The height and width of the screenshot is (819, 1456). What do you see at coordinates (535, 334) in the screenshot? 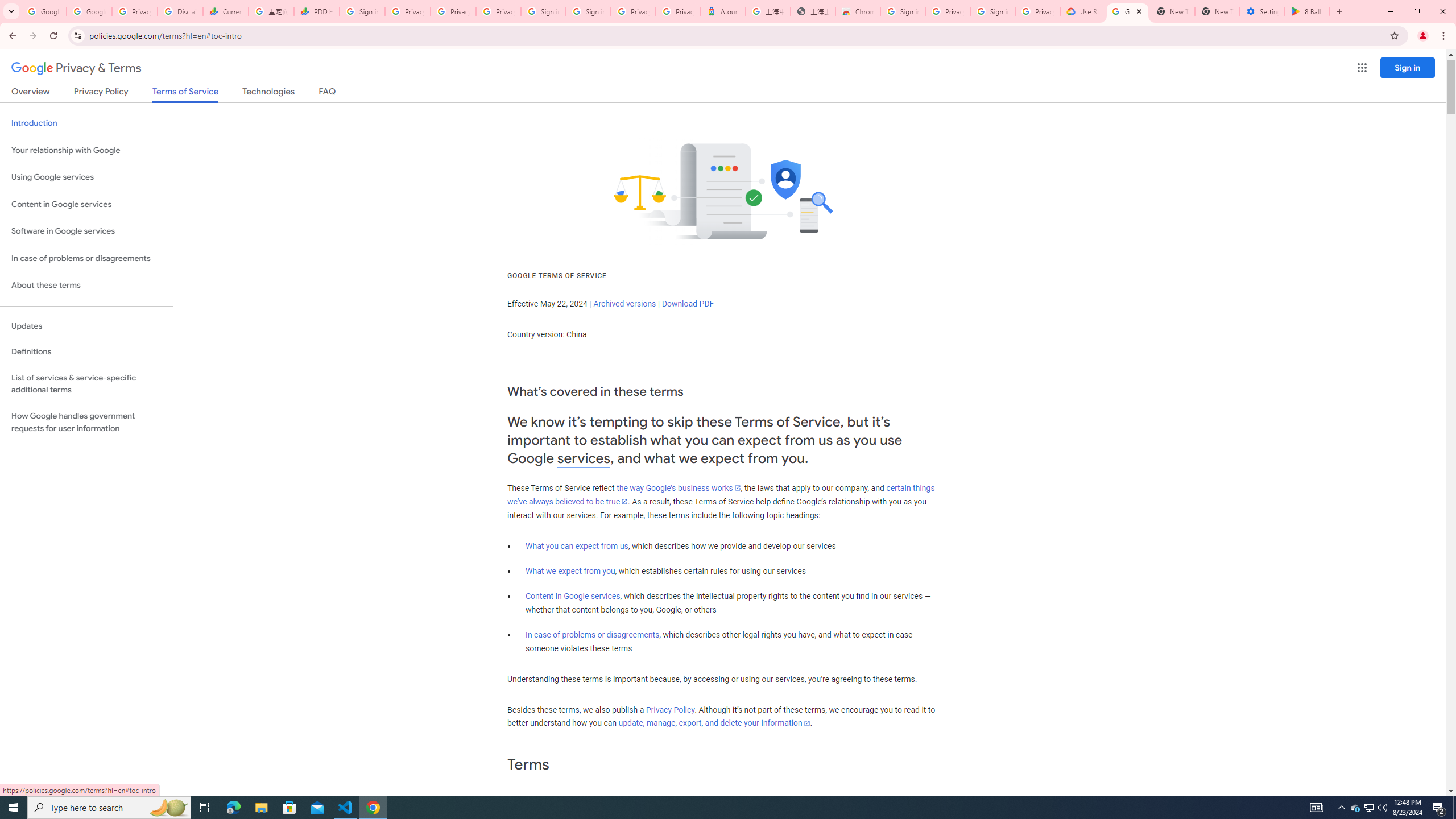
I see `'Country version:'` at bounding box center [535, 334].